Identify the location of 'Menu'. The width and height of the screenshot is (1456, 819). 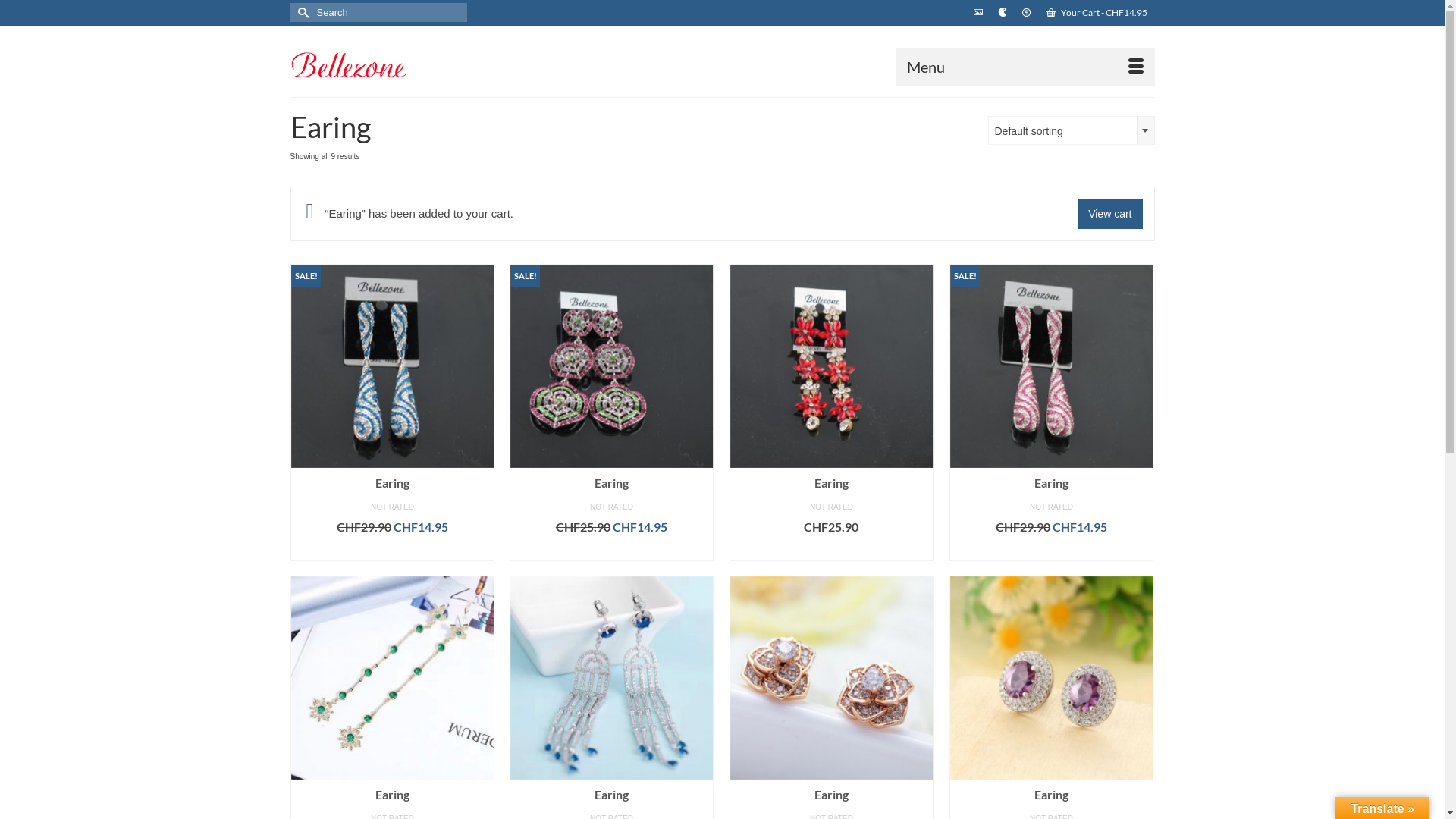
(1024, 66).